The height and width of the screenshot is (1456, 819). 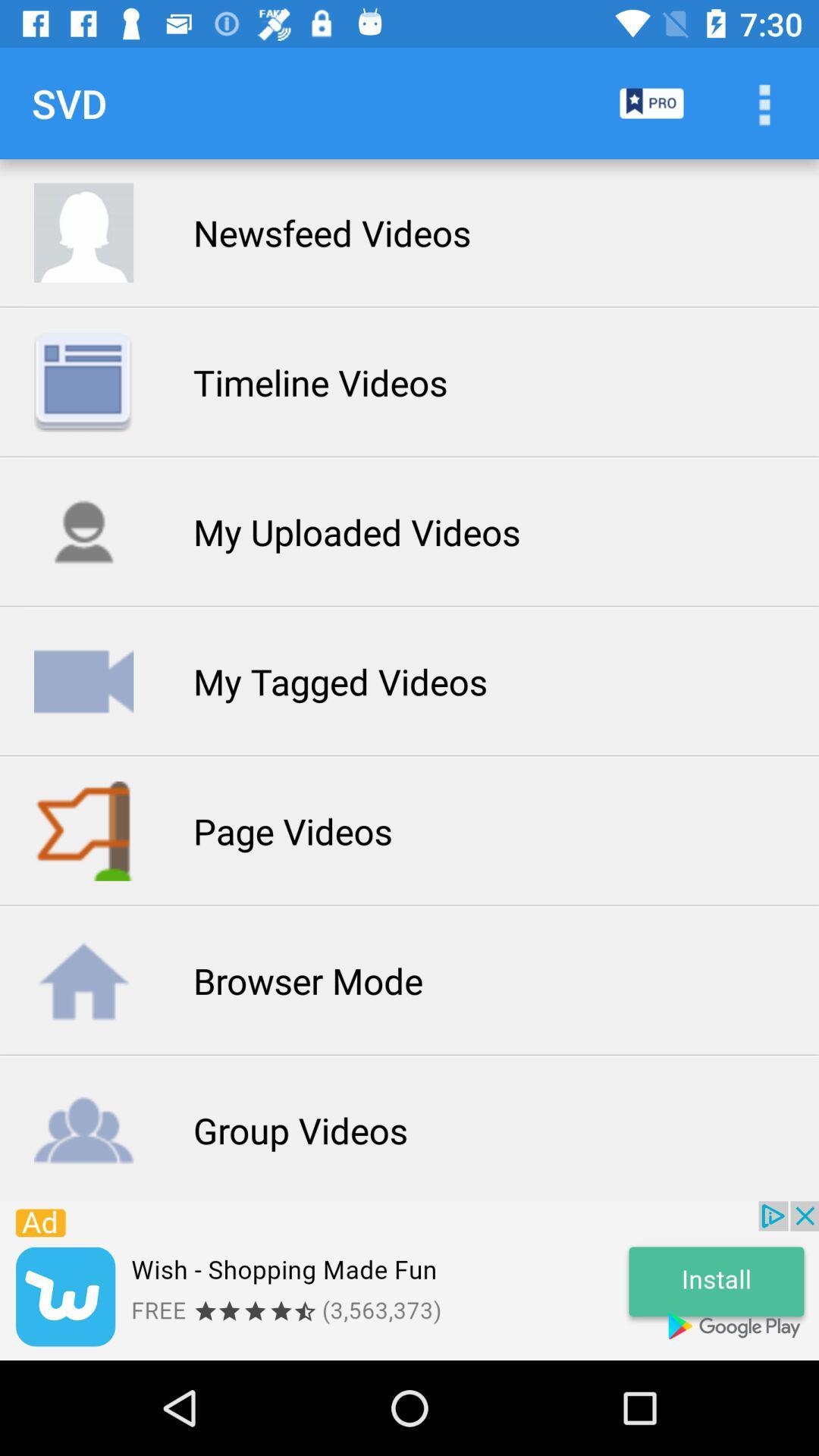 I want to click on advertisement, so click(x=409, y=1280).